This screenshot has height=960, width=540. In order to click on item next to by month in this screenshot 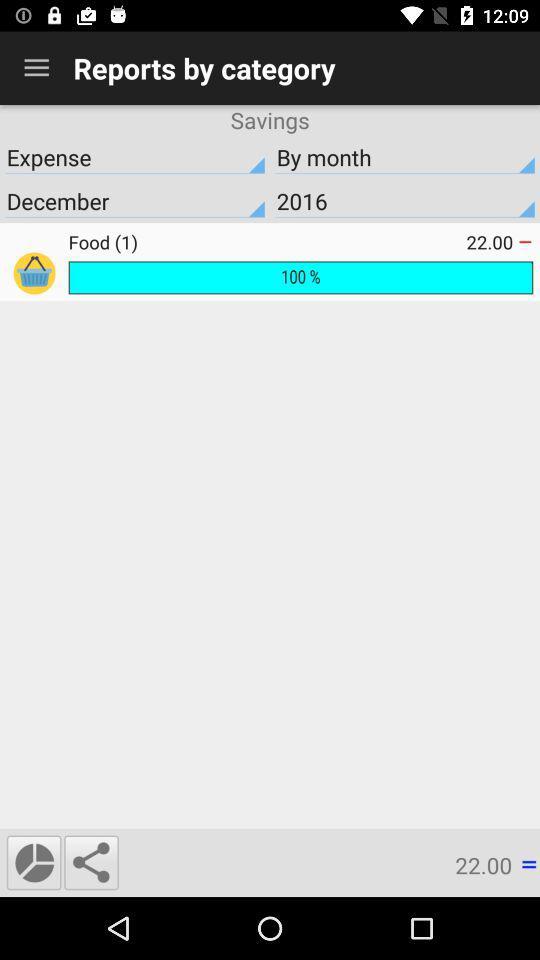, I will do `click(135, 156)`.